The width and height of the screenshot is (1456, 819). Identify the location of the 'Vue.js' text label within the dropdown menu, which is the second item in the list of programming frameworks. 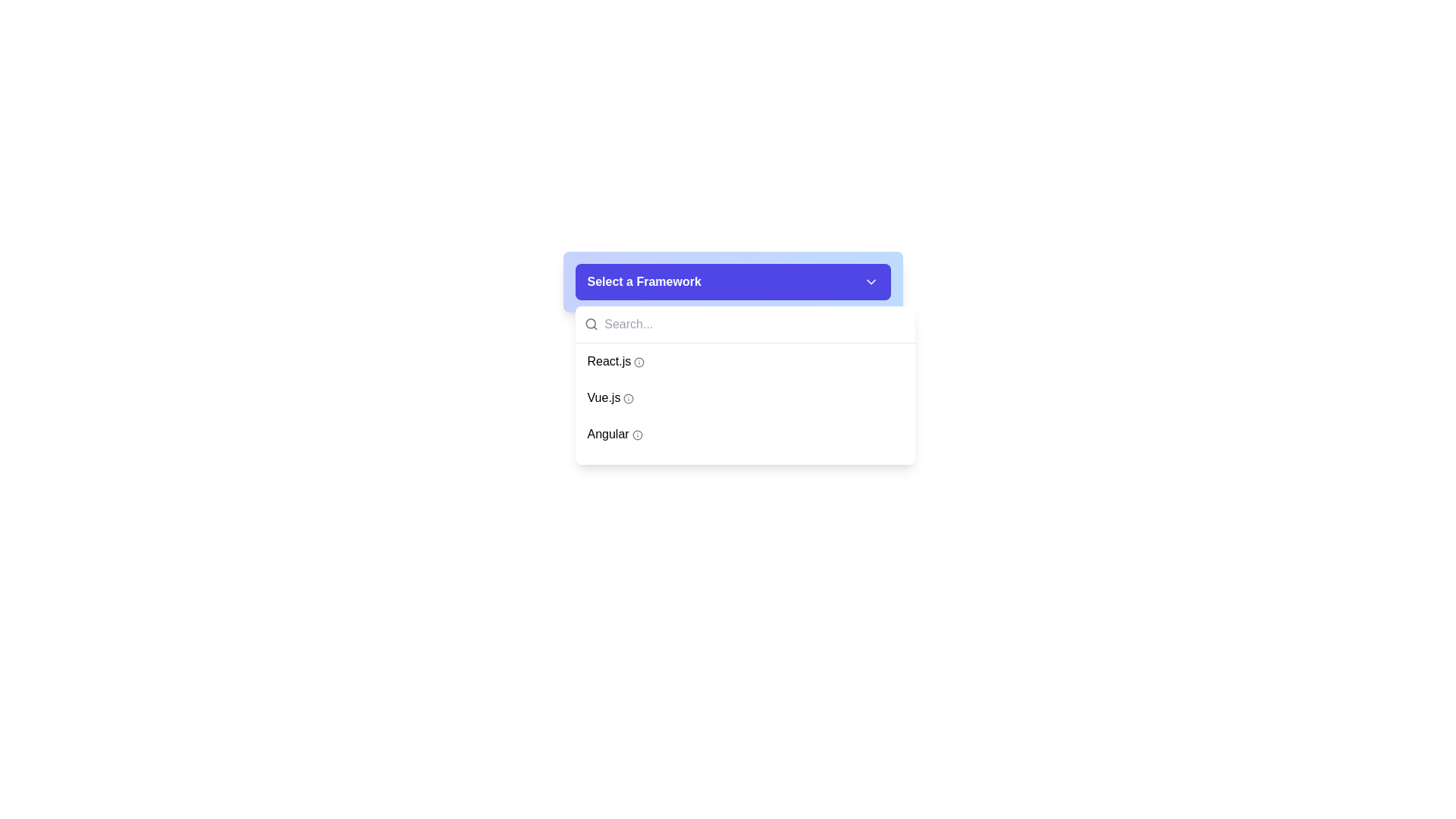
(610, 397).